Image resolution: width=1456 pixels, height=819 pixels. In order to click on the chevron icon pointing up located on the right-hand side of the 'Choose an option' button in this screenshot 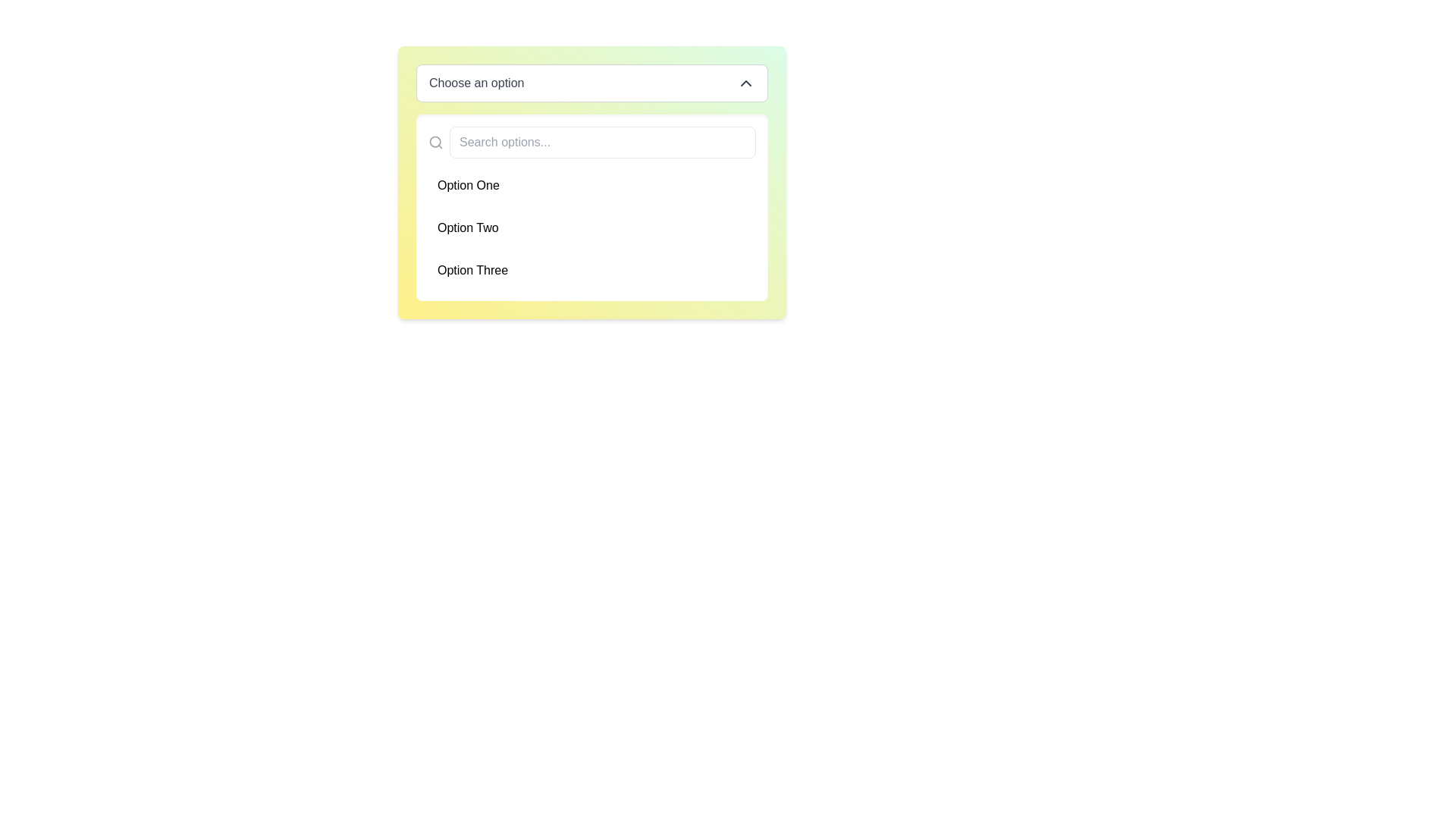, I will do `click(745, 83)`.